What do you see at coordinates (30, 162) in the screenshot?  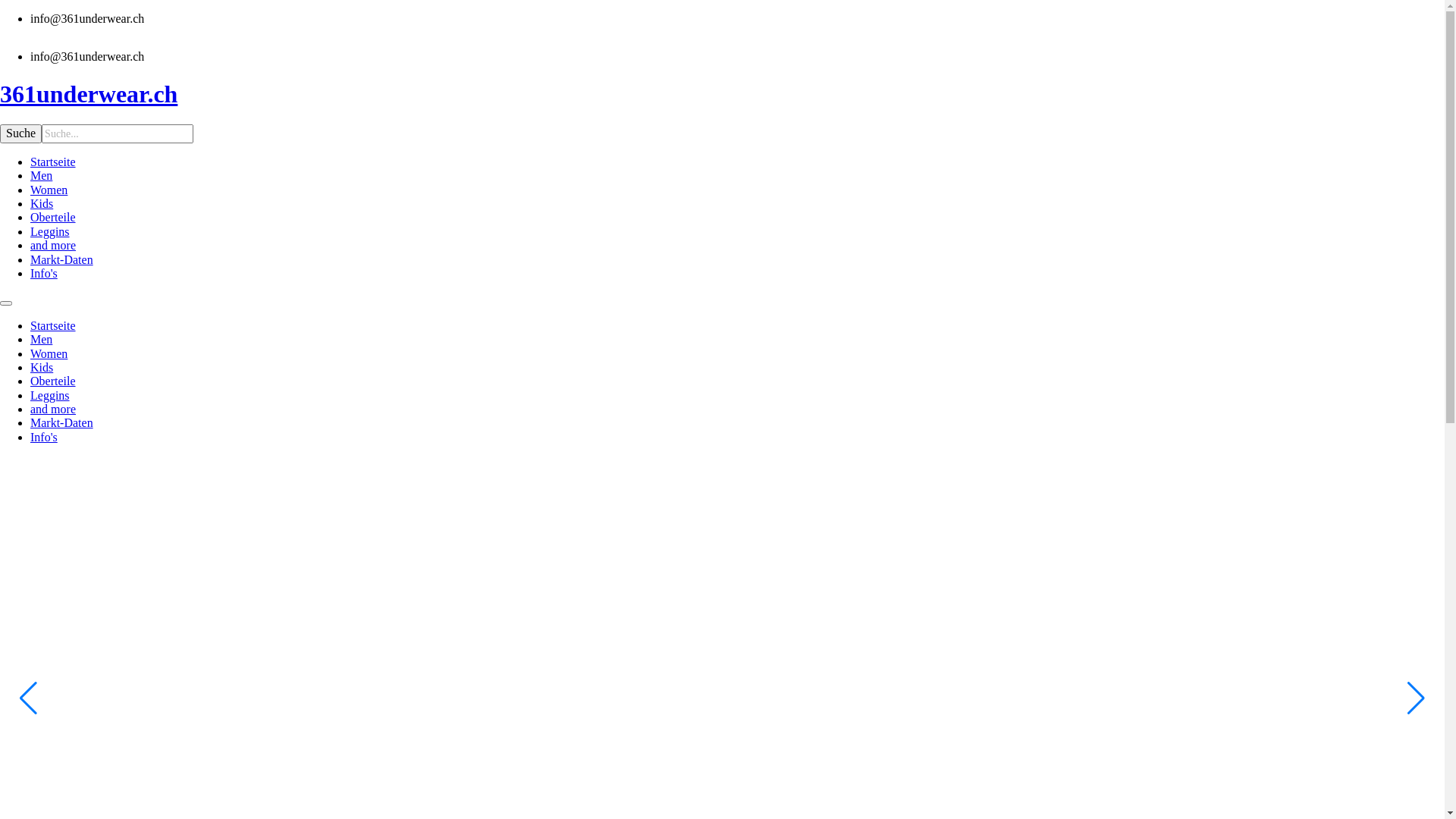 I see `'Startseite'` at bounding box center [30, 162].